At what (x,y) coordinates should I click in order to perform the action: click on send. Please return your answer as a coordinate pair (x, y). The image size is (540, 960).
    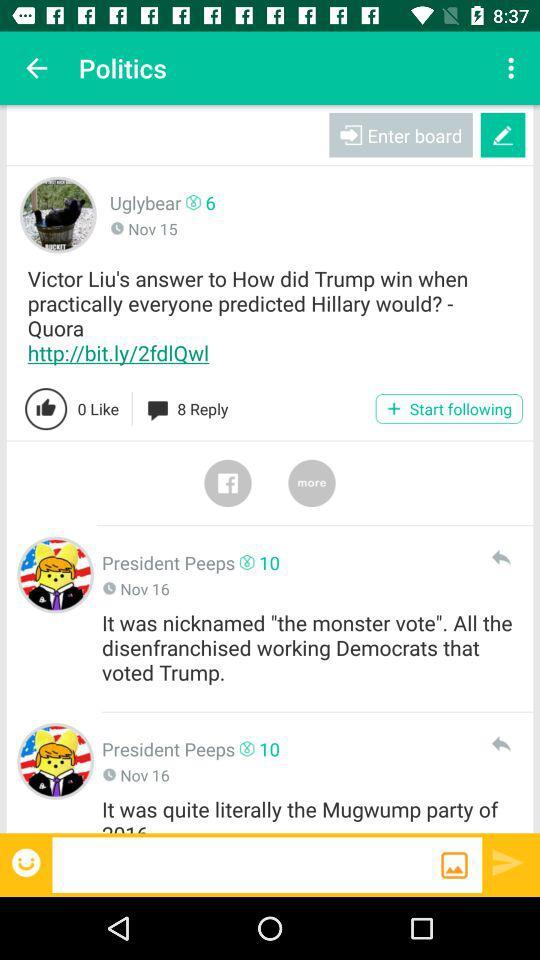
    Looking at the image, I should click on (499, 557).